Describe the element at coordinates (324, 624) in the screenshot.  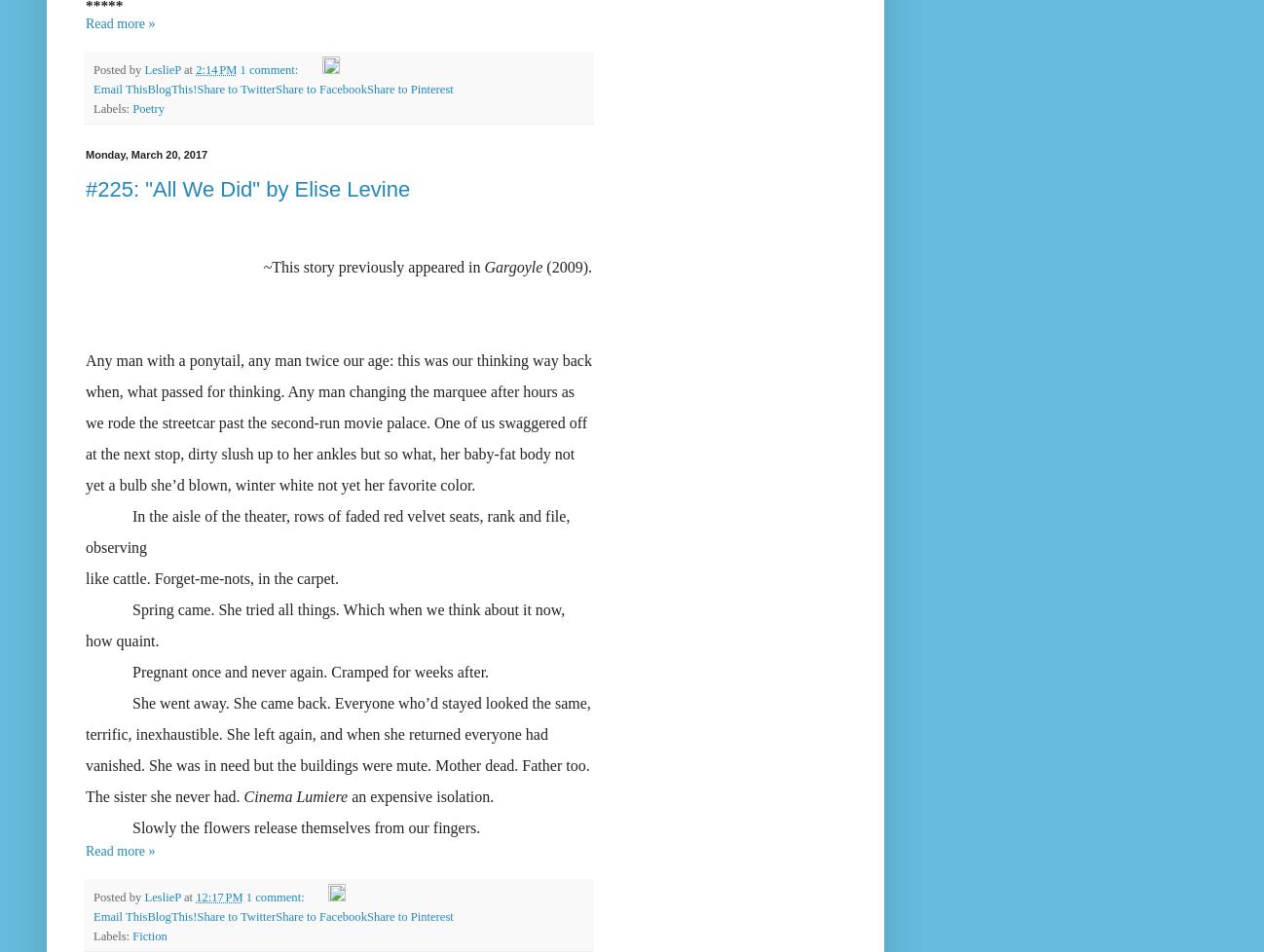
I see `'Spring came. She tried all things. Which when we think
about it now, how quaint.'` at that location.